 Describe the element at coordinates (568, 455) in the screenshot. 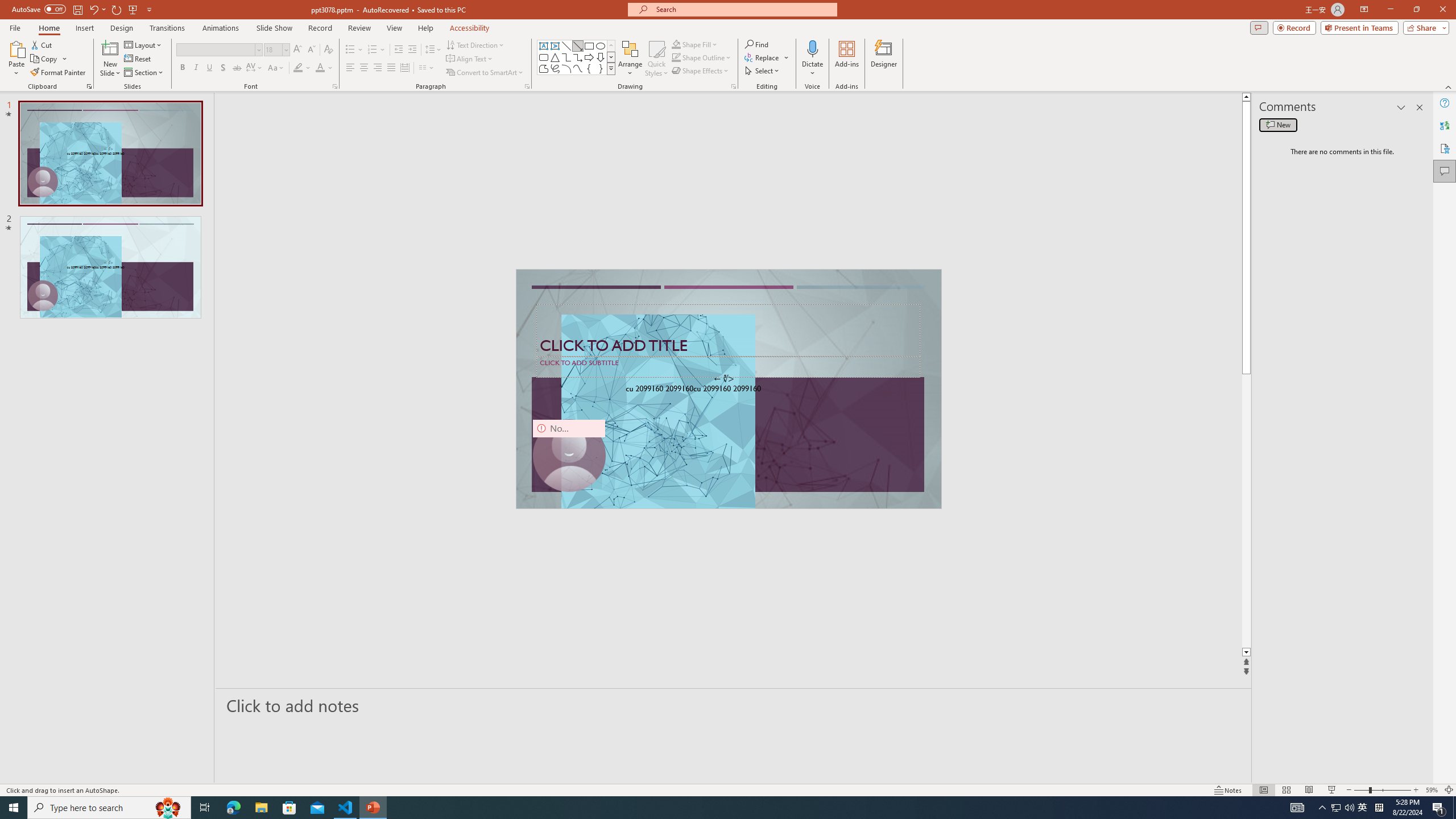

I see `'Camera 9, No camera detected.'` at that location.